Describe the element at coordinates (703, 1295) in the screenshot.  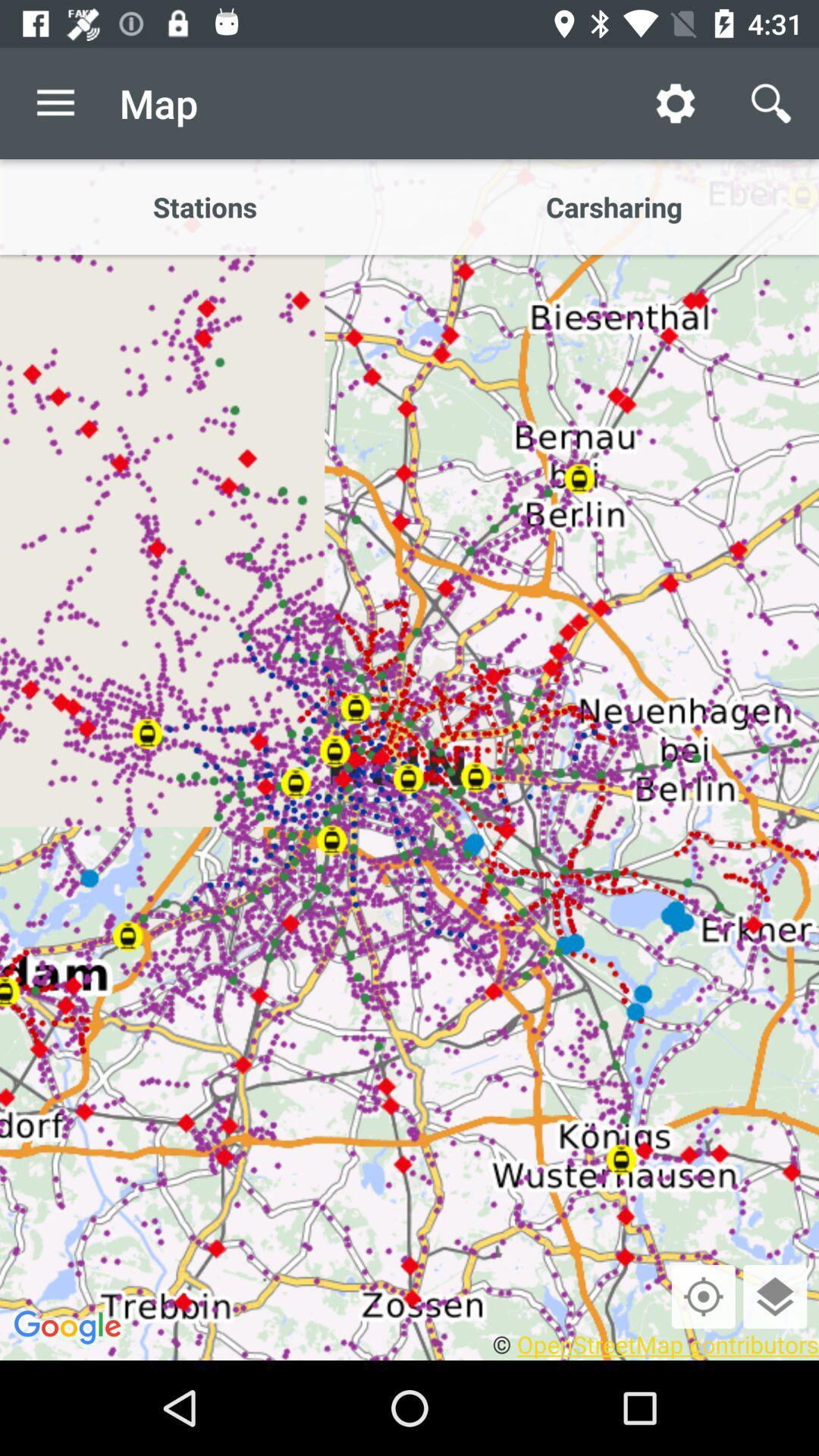
I see `the location_crosshair icon` at that location.